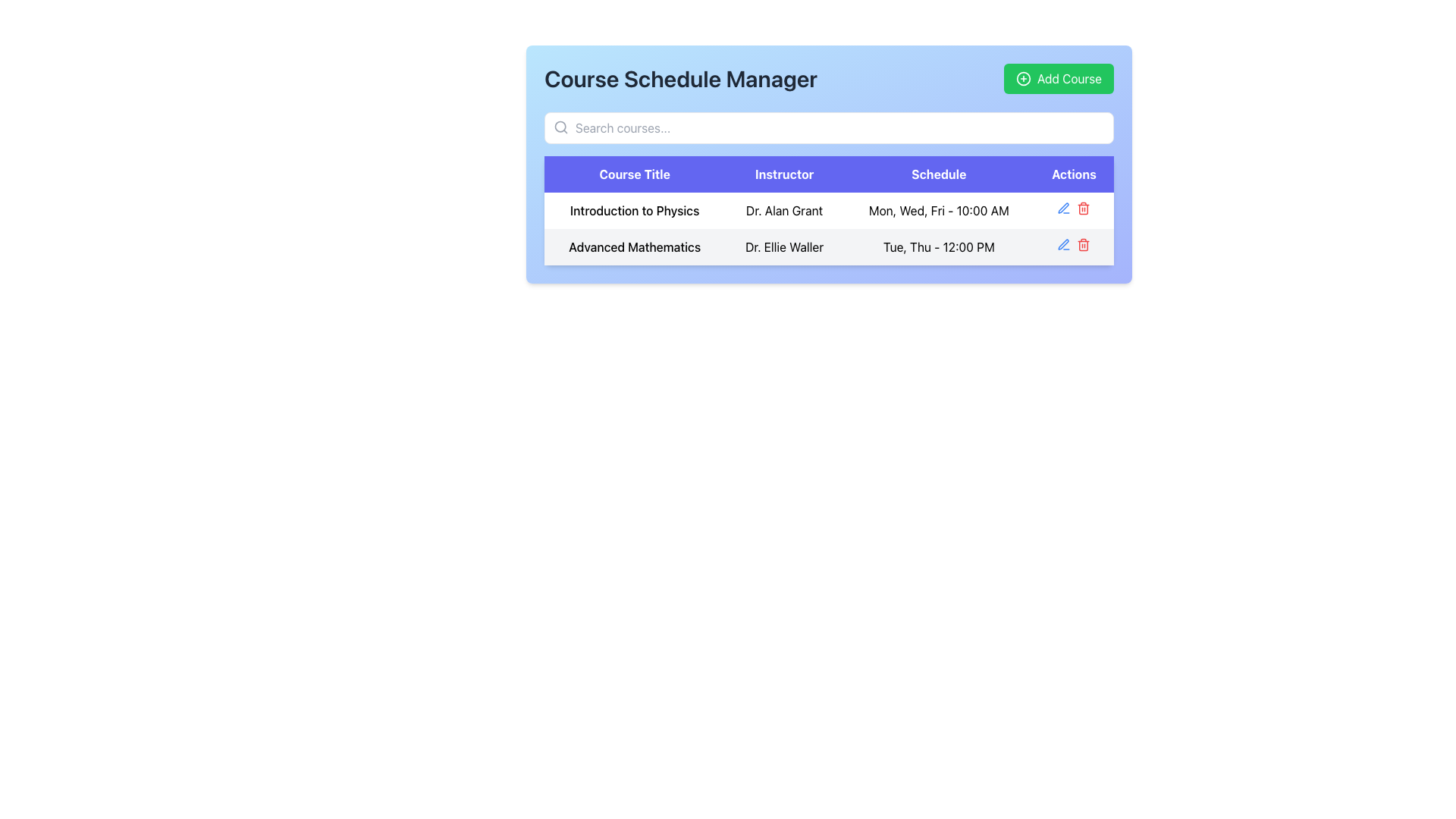 The image size is (1456, 819). What do you see at coordinates (635, 210) in the screenshot?
I see `text of the course title label located in the first column of the first row of the table under the header 'Course Title'` at bounding box center [635, 210].